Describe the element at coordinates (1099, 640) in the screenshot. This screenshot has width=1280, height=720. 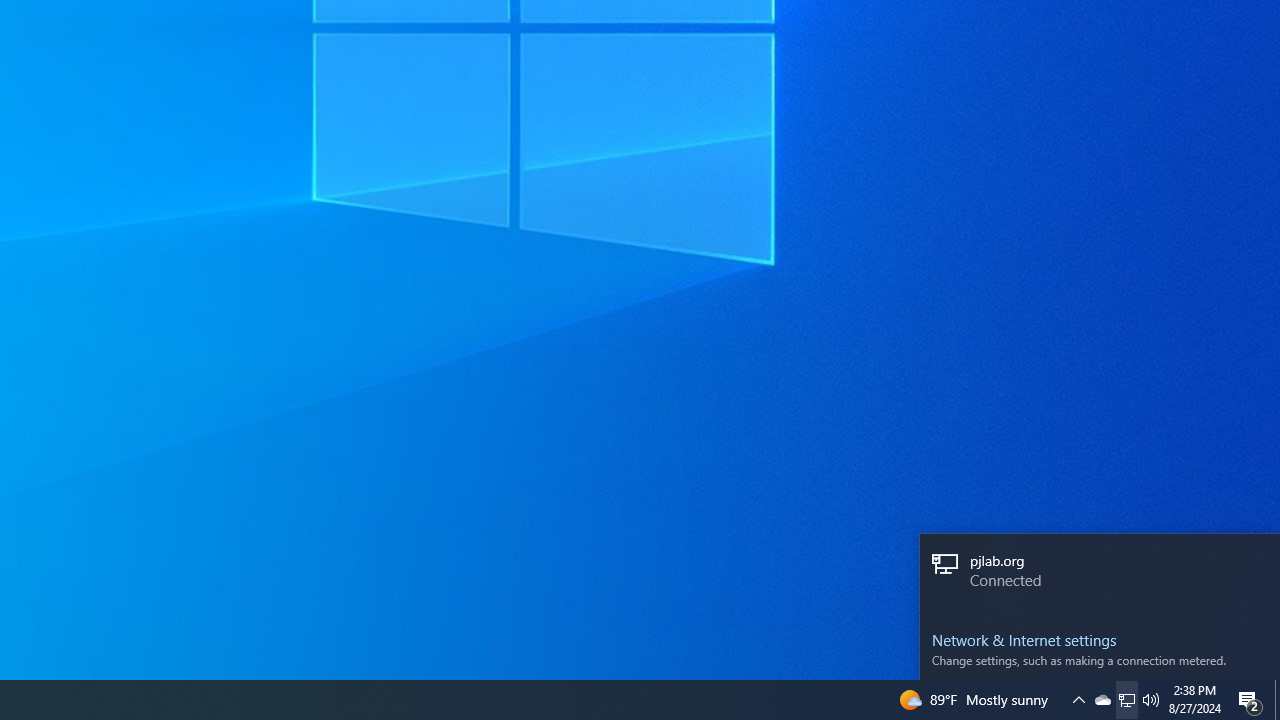
I see `'Network & Internet settings'` at that location.